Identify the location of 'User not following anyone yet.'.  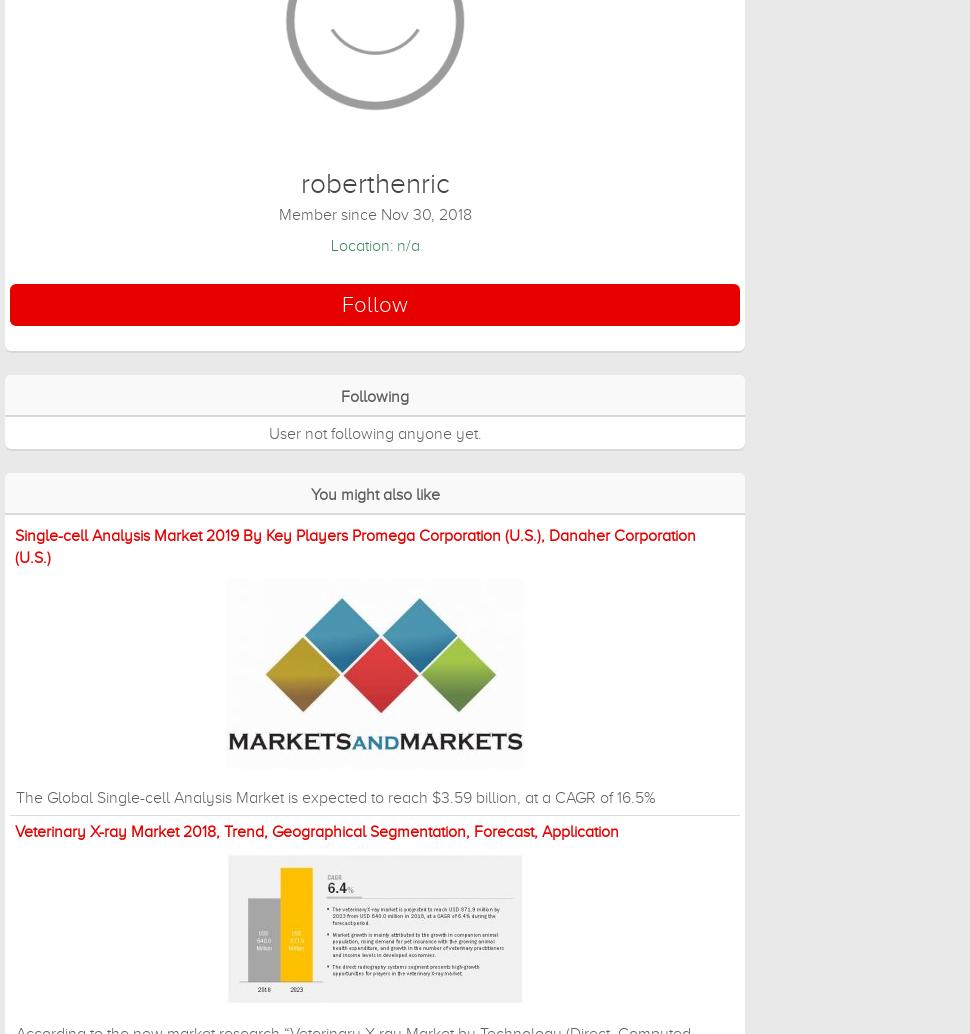
(267, 432).